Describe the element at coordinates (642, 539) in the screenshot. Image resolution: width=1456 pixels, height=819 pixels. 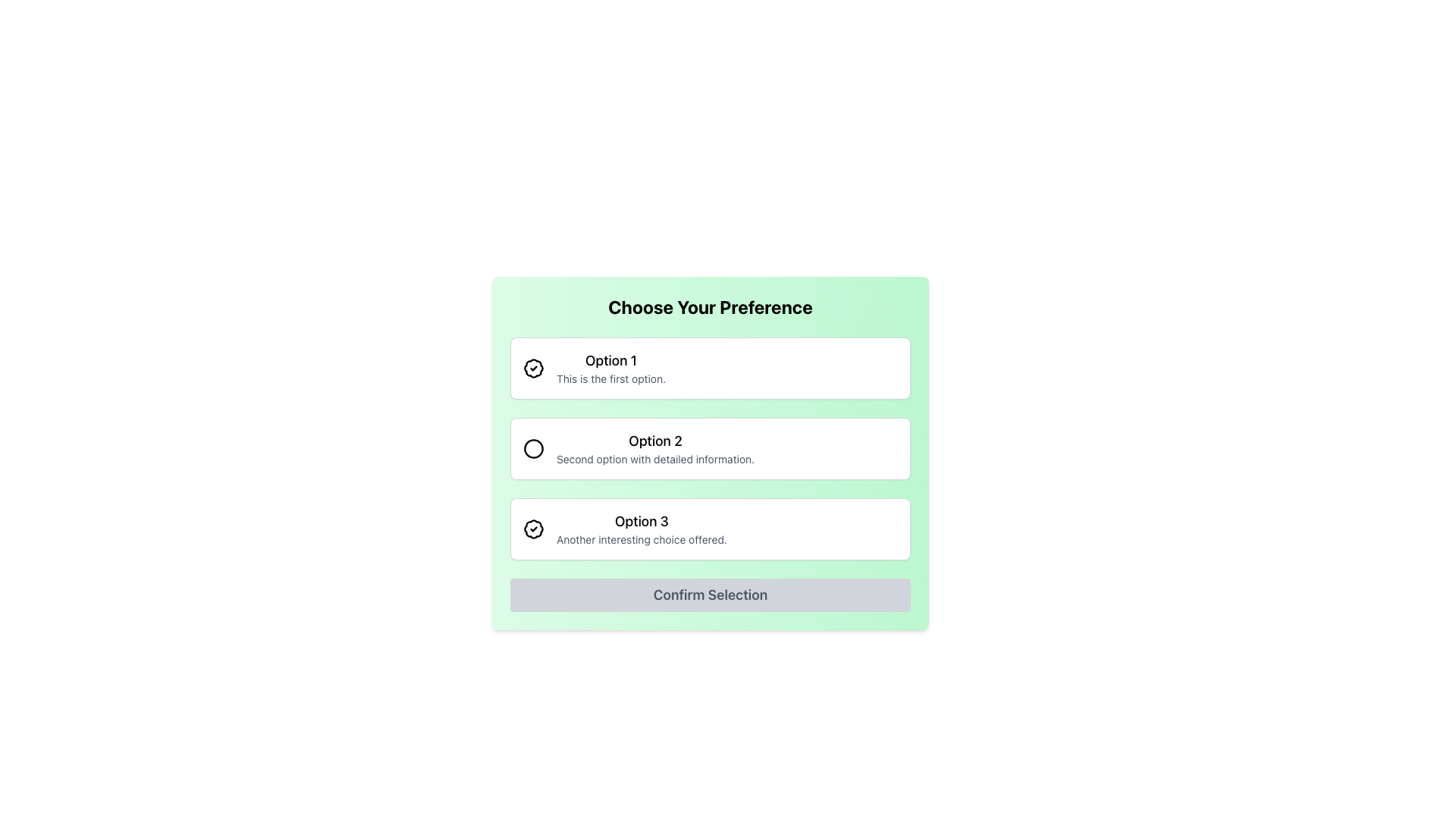
I see `the text label that contains 'Another interesting choice offered.' which is styled in a smaller gray font, located below 'Option 3' in the third option section` at that location.